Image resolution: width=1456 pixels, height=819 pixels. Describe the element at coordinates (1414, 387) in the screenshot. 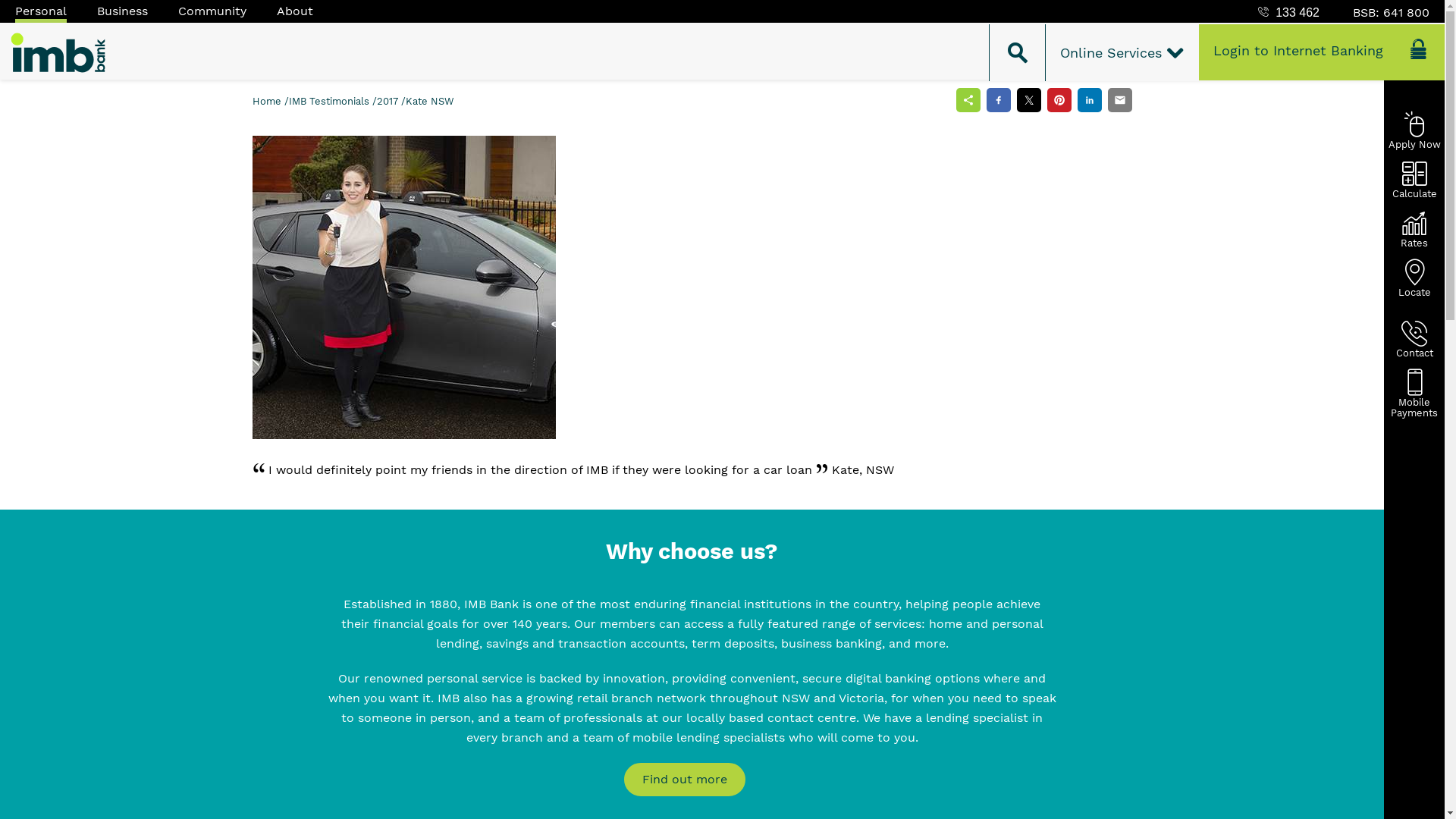

I see `'Mobile Payments'` at that location.